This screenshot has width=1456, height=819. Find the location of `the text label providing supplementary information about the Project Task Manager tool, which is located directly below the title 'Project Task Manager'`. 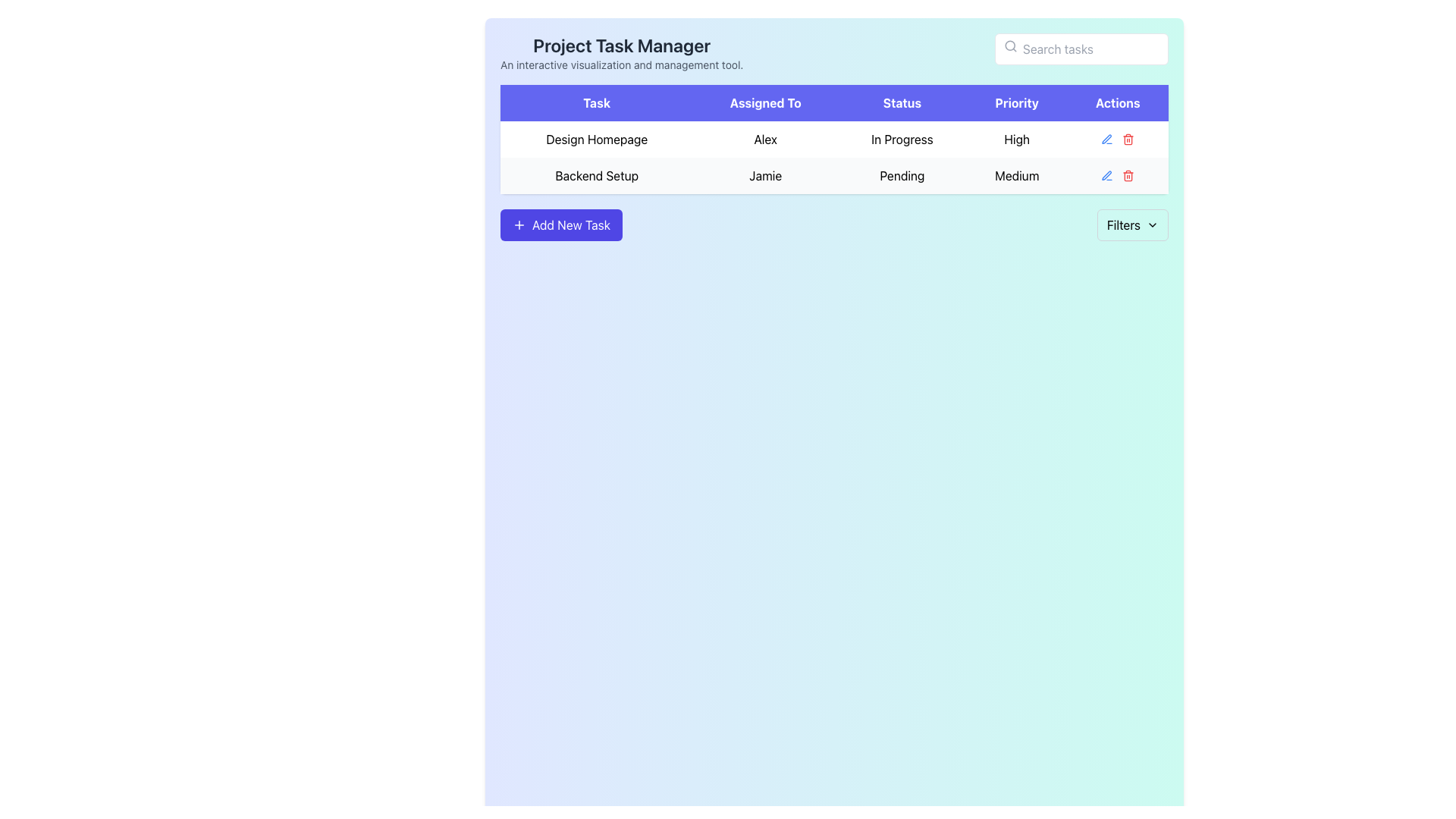

the text label providing supplementary information about the Project Task Manager tool, which is located directly below the title 'Project Task Manager' is located at coordinates (622, 64).